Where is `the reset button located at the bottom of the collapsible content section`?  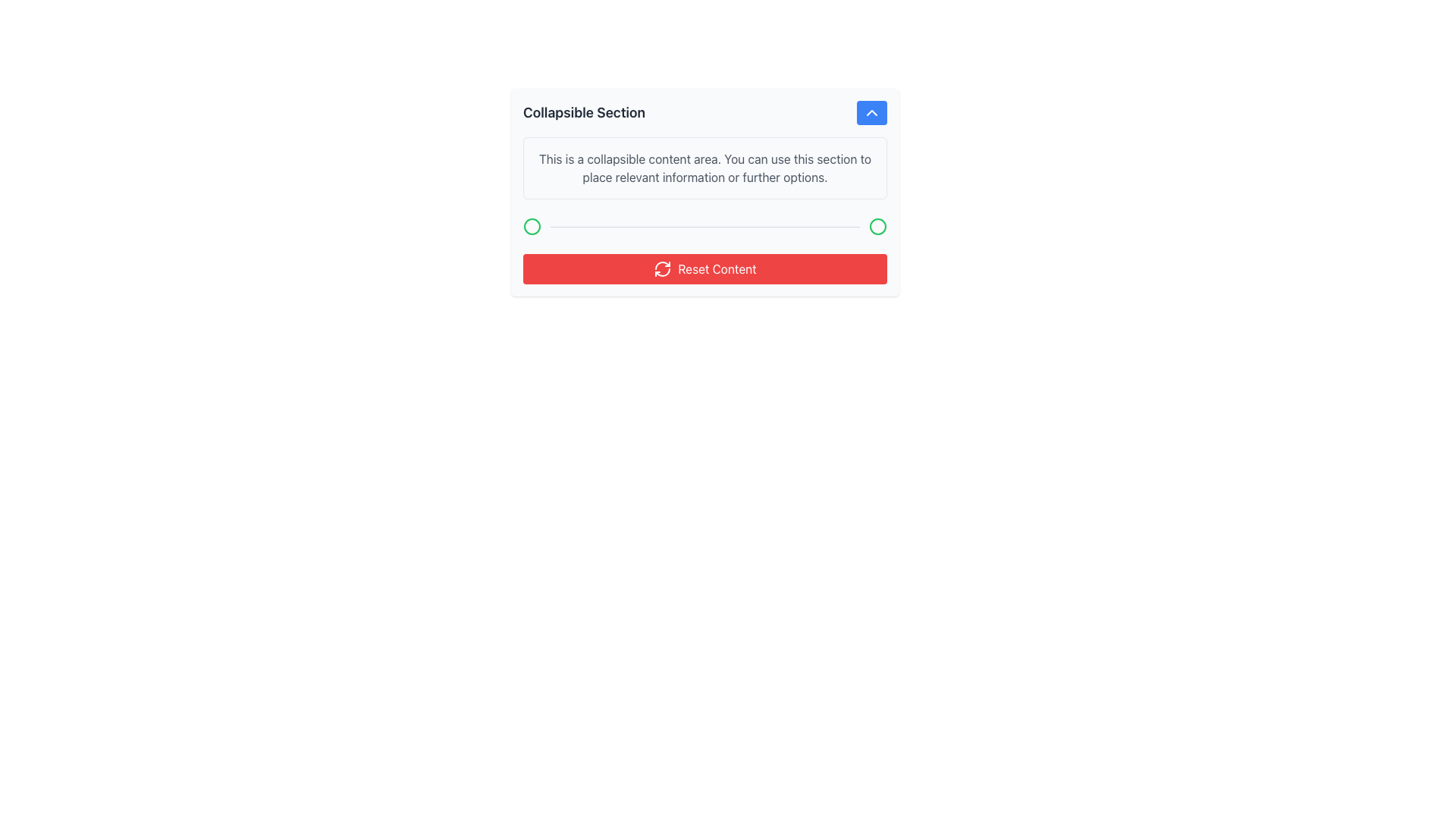 the reset button located at the bottom of the collapsible content section is located at coordinates (704, 268).